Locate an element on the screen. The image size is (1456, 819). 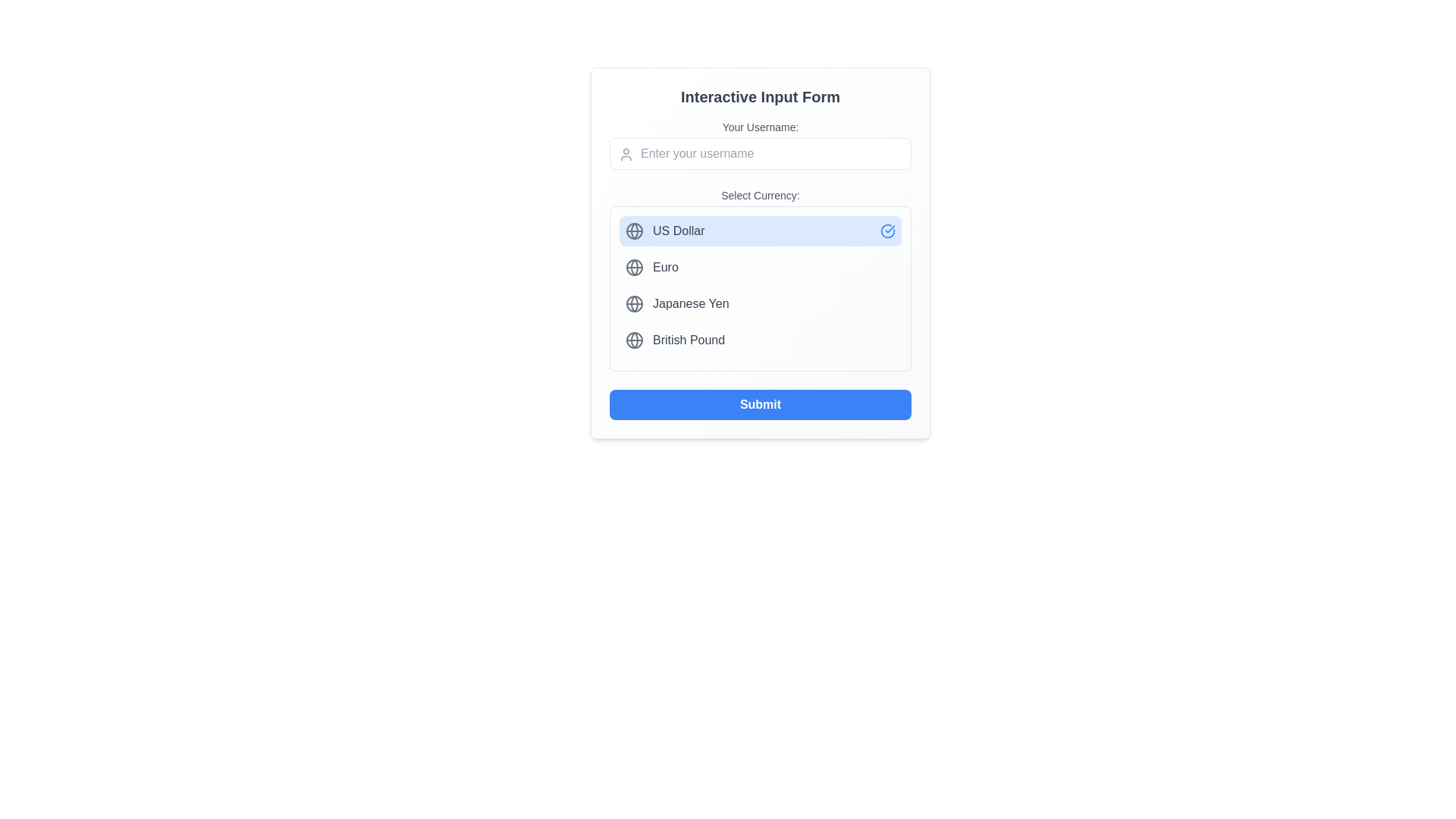
the decorative SVG element that is part of the globe icon, located to the left of the 'US Dollar' currency option in the dropdown list is located at coordinates (634, 231).